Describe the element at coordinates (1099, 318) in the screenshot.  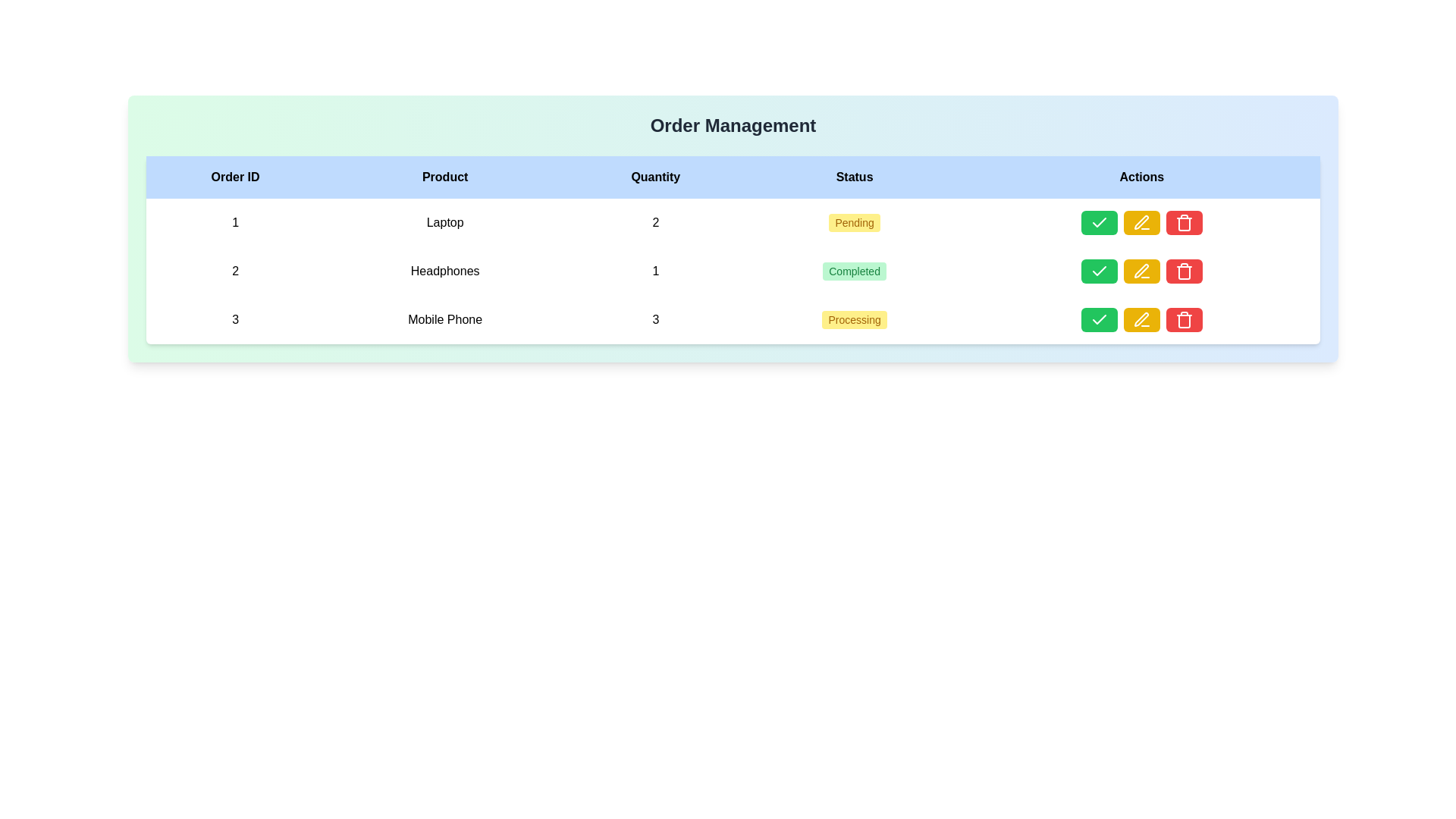
I see `the green confirmation button with a checkmark icon, located in the first position of the 'Actions' column in the third row of the data table, to confirm or complete the action` at that location.